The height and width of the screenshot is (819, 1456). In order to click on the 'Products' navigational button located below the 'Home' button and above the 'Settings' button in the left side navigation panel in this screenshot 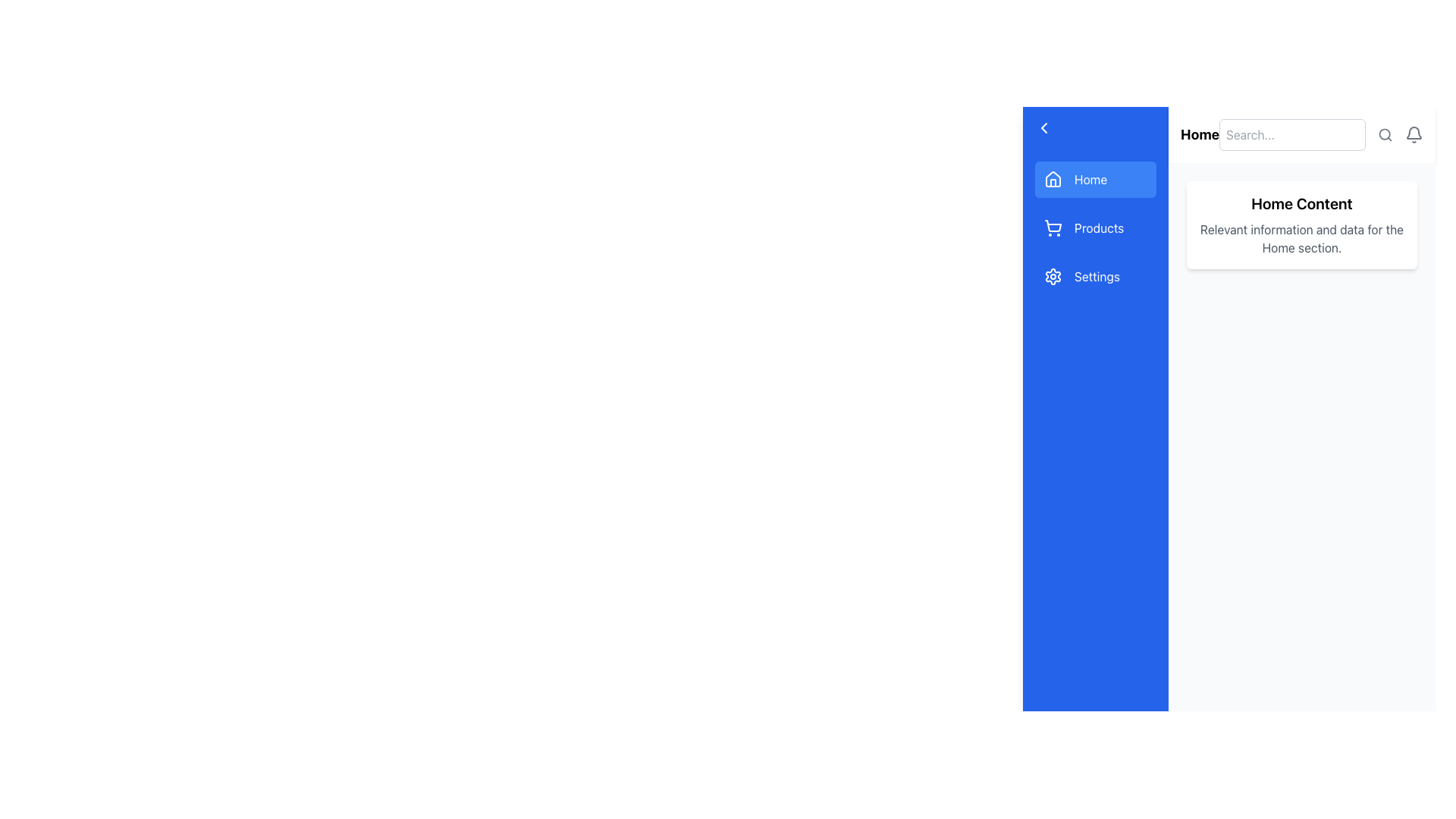, I will do `click(1095, 227)`.